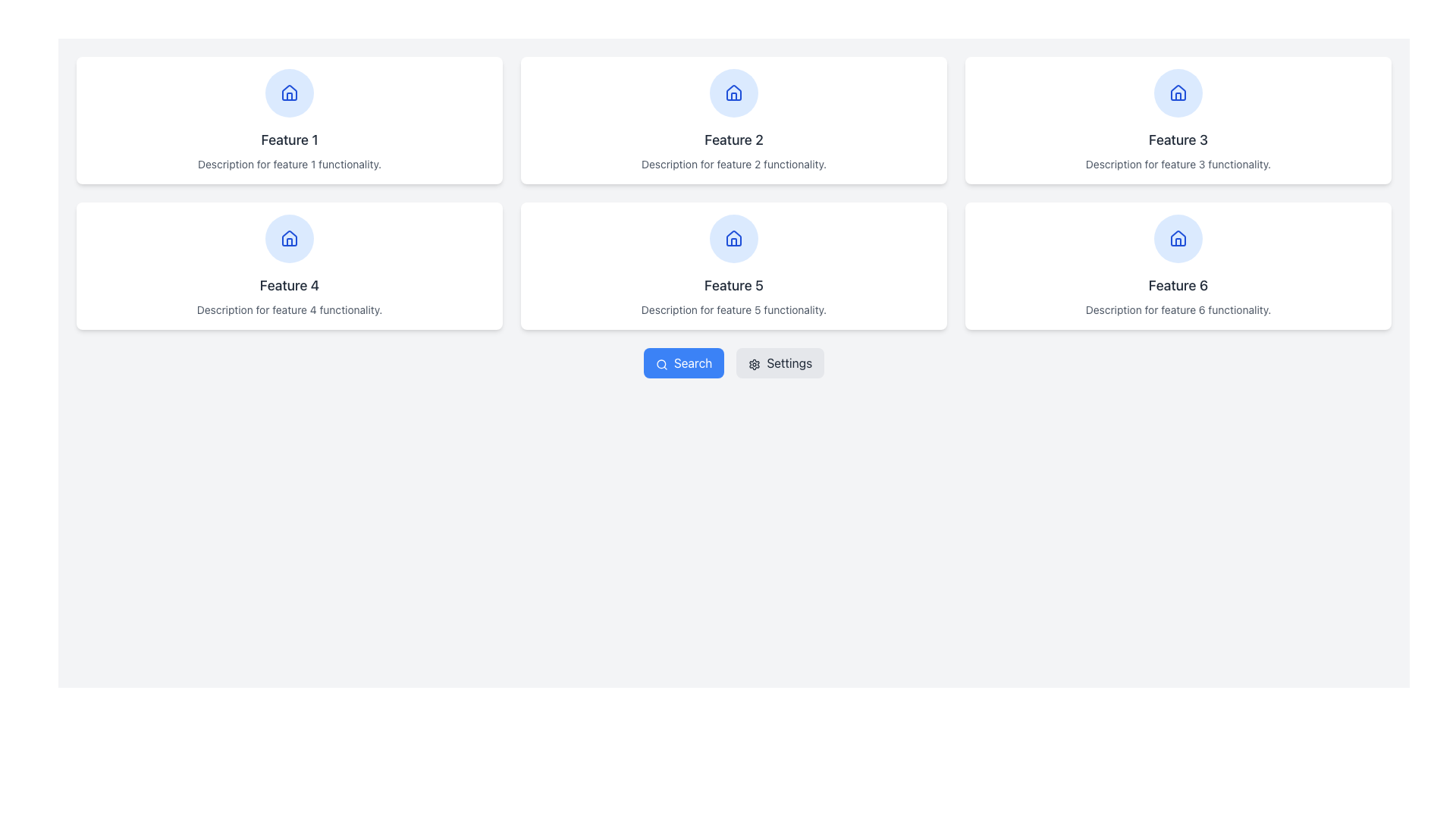 Image resolution: width=1456 pixels, height=819 pixels. I want to click on the graphical house icon that serves as a visual identifier for the 'Feature 3' section, located in the third icon row above the label 'Feature 3', so click(1178, 93).